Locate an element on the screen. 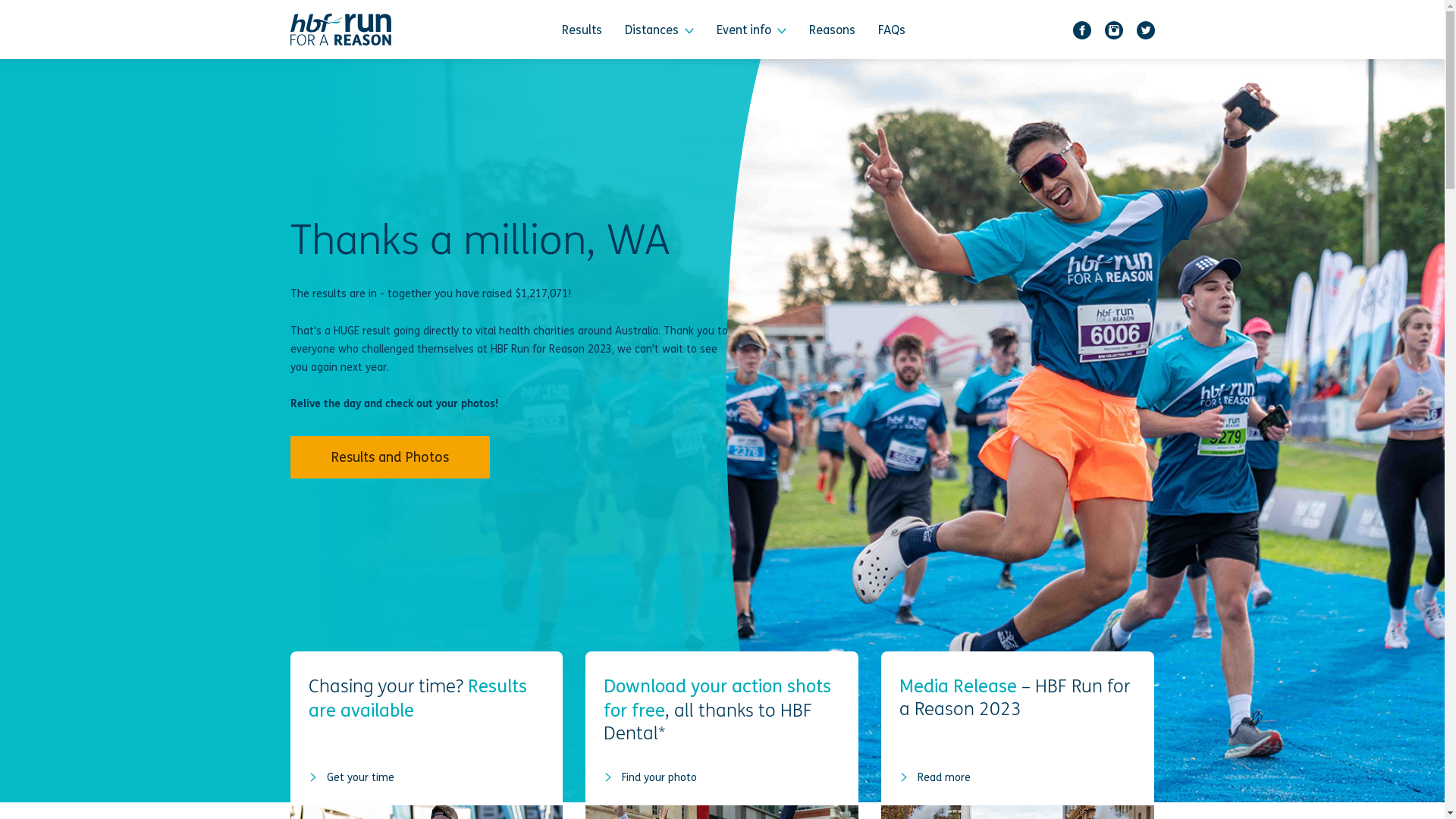  'Distances' is located at coordinates (613, 29).